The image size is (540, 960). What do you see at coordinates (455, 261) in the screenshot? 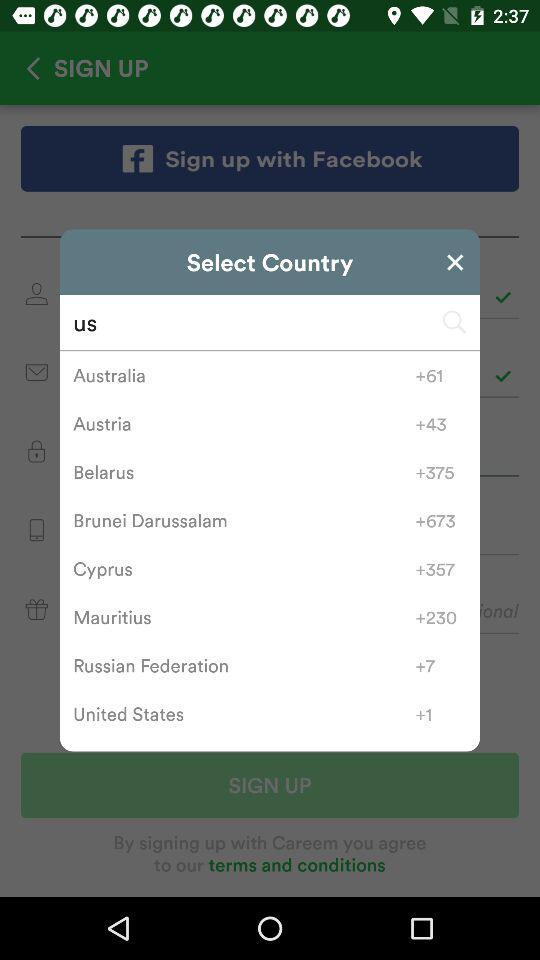
I see `item next to select country` at bounding box center [455, 261].